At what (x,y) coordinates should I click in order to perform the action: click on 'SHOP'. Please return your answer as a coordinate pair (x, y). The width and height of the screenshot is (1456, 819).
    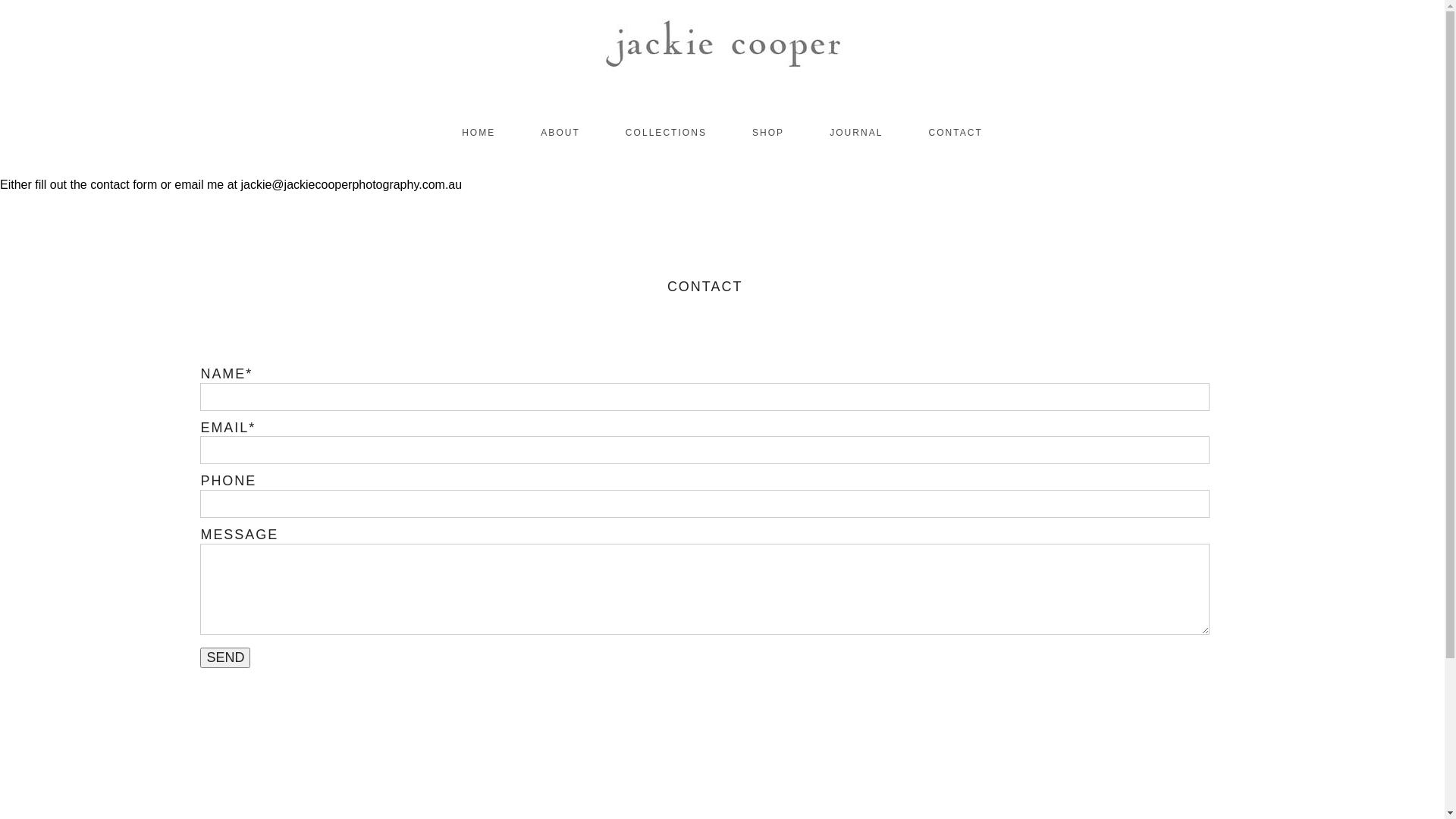
    Looking at the image, I should click on (752, 131).